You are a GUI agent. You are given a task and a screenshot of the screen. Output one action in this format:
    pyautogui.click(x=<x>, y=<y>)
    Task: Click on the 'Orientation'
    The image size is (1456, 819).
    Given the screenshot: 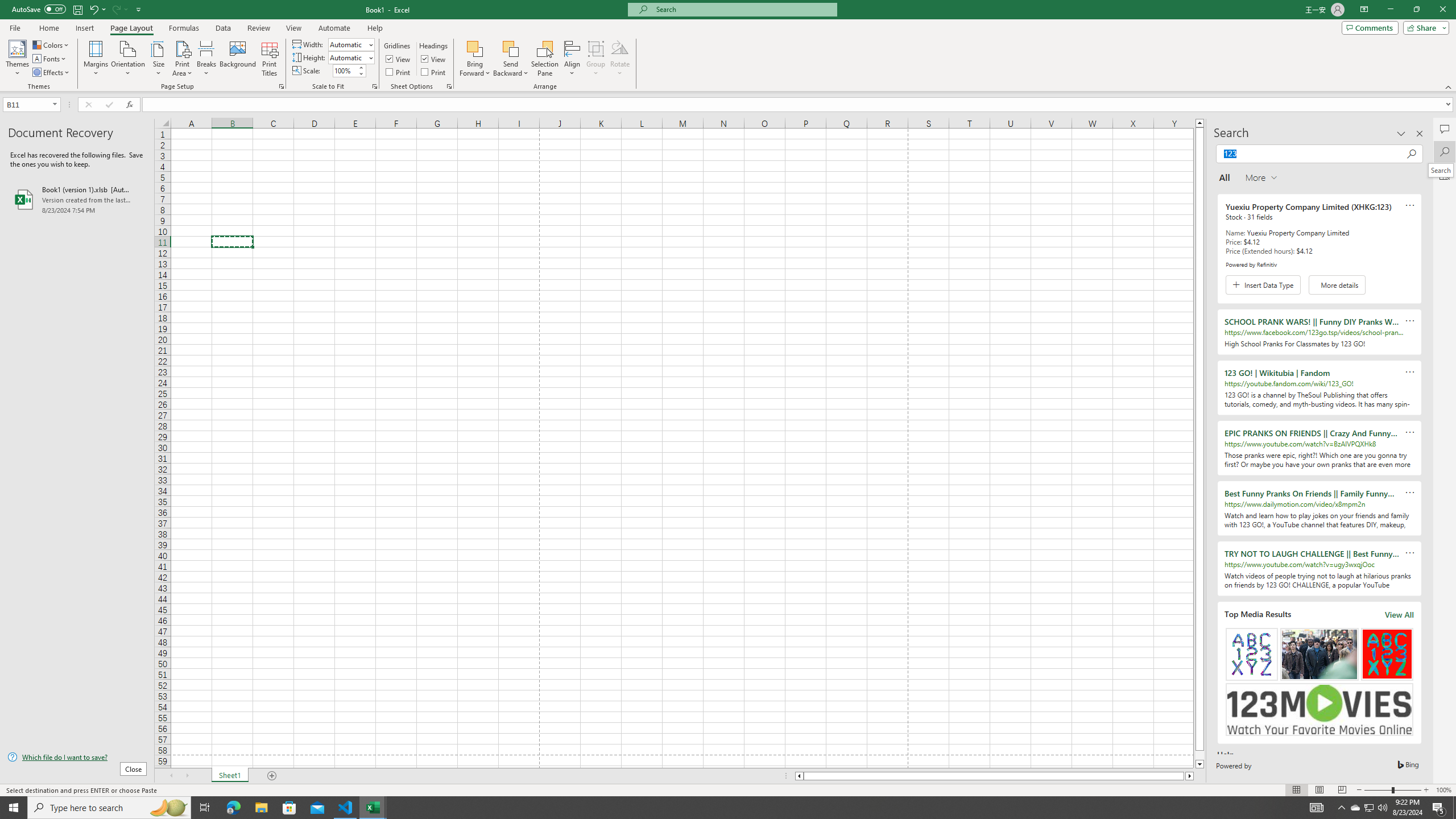 What is the action you would take?
    pyautogui.click(x=127, y=59)
    